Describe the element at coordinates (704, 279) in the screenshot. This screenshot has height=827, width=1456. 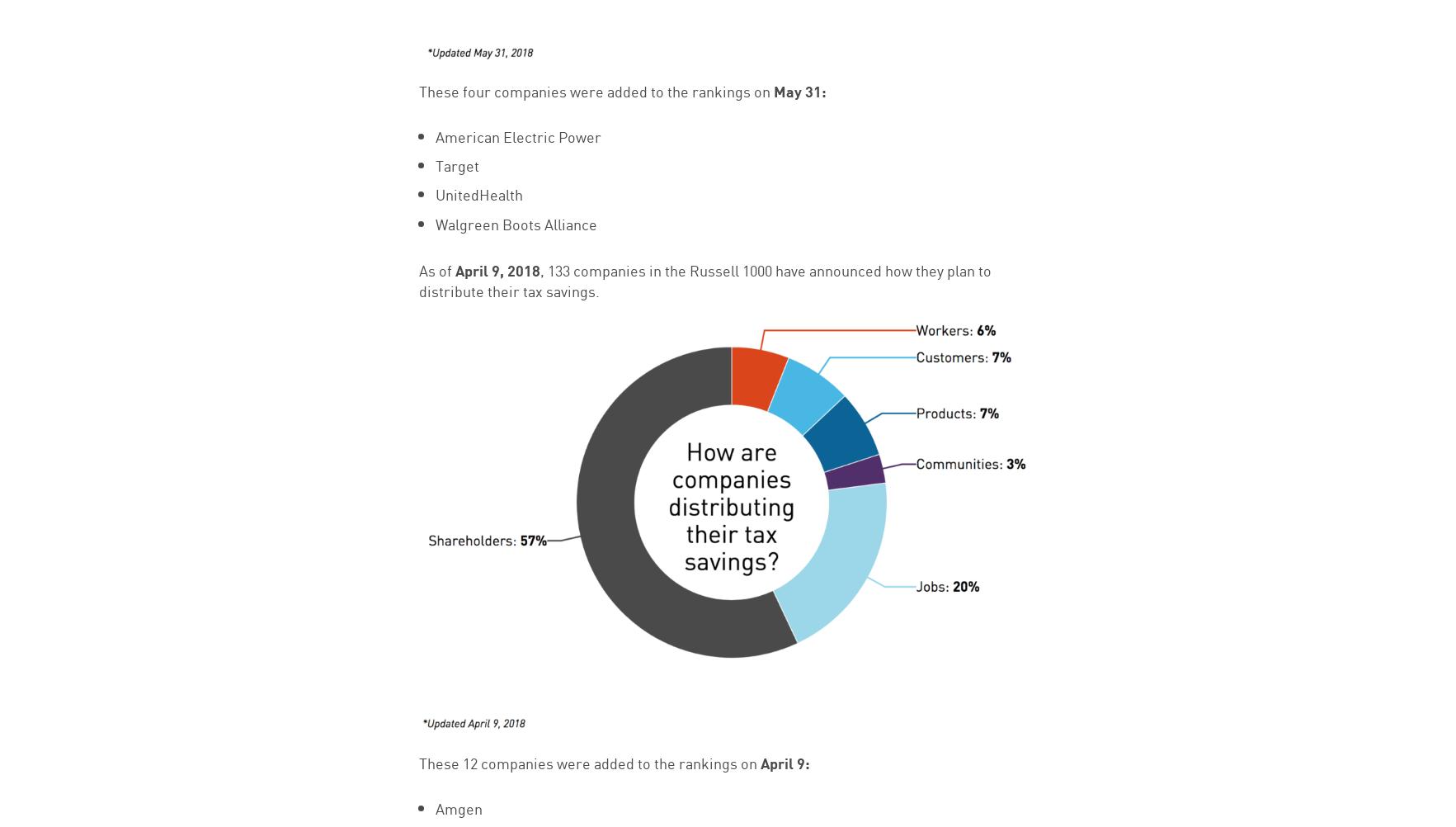
I see `', 133 companies in the Russell 1000 have announced how they plan to distribute their tax savings.'` at that location.